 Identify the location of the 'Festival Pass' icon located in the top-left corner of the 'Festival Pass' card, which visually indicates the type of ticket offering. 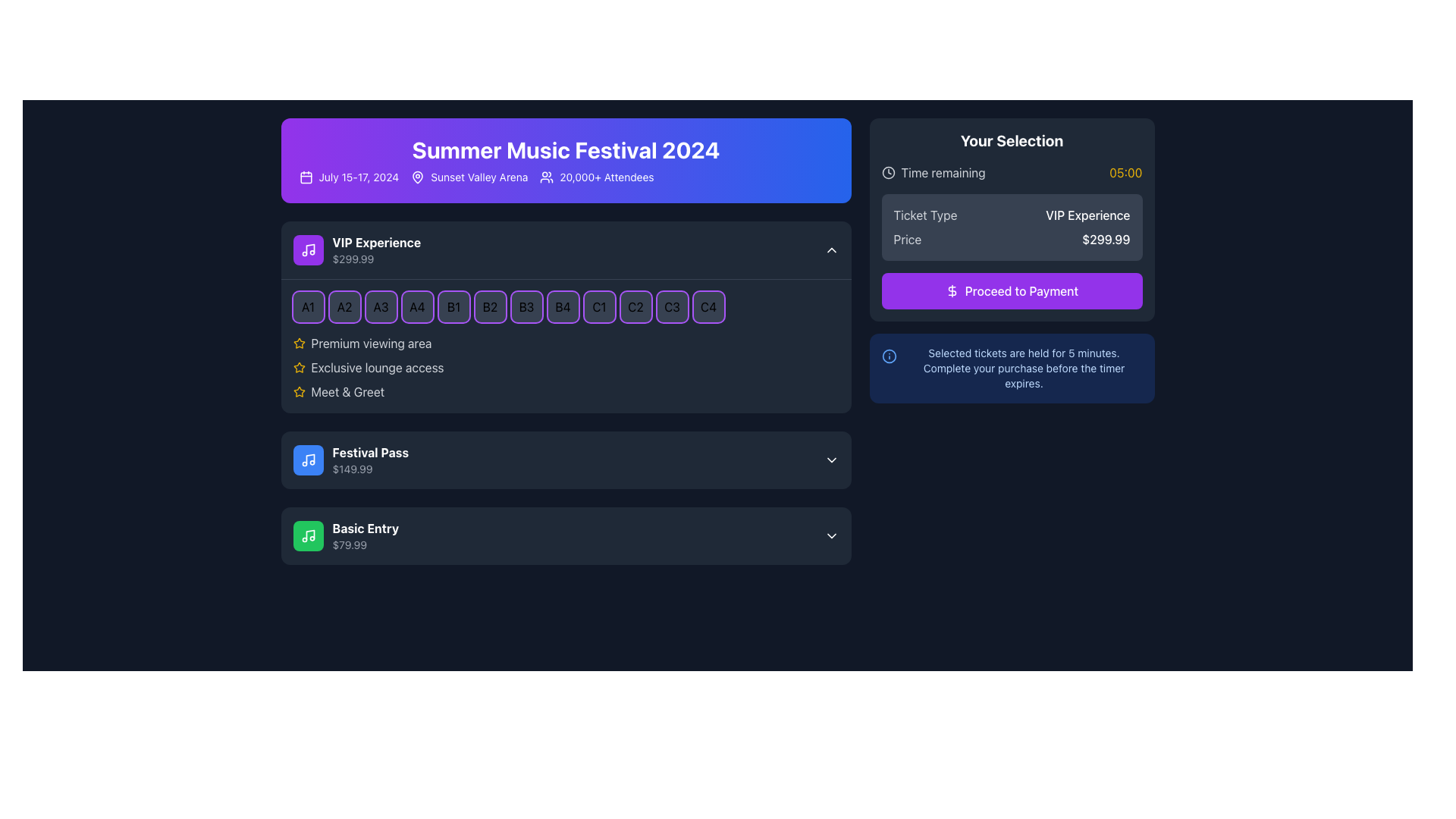
(307, 459).